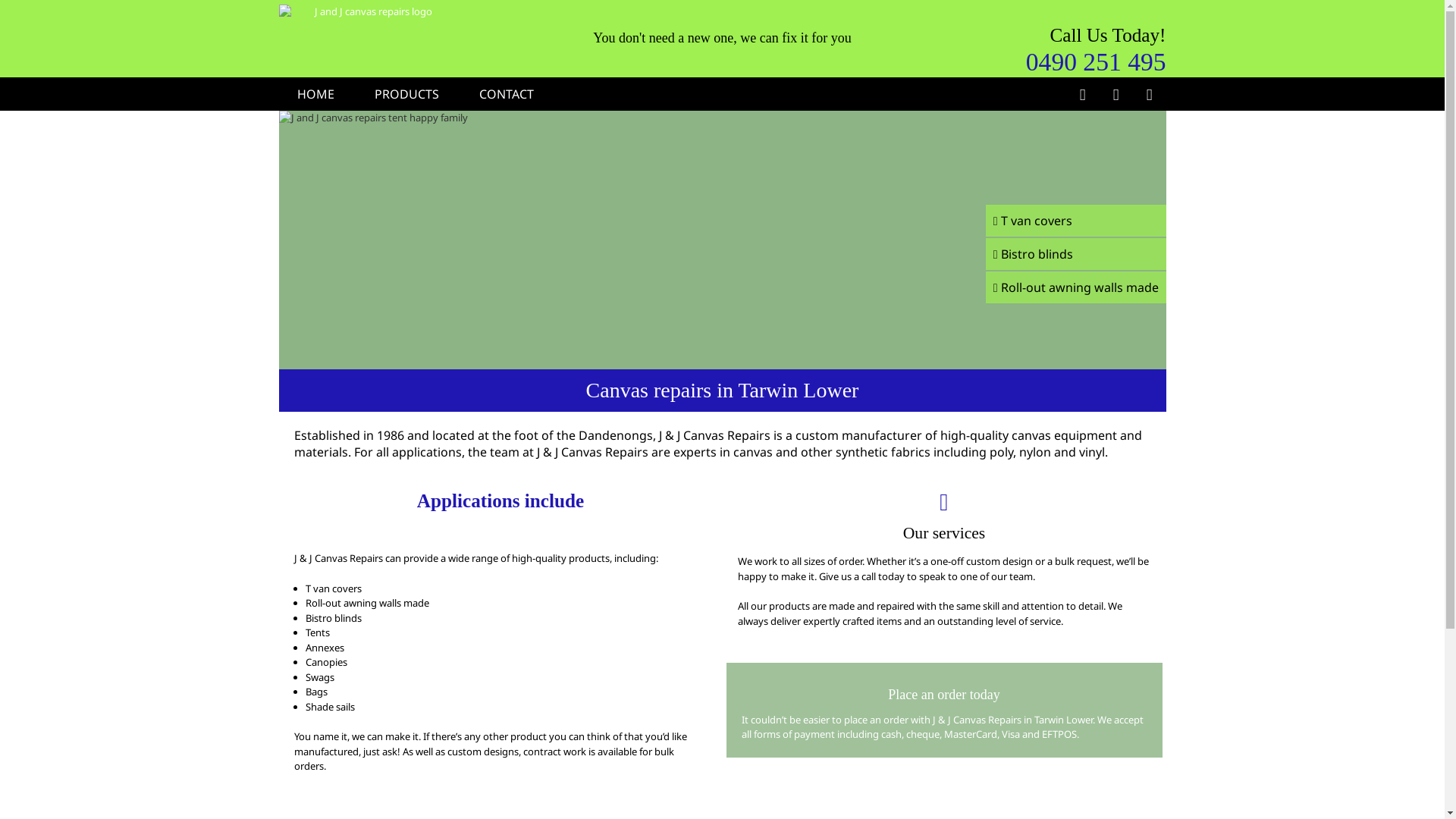  I want to click on 'PRODUCTS', so click(406, 93).